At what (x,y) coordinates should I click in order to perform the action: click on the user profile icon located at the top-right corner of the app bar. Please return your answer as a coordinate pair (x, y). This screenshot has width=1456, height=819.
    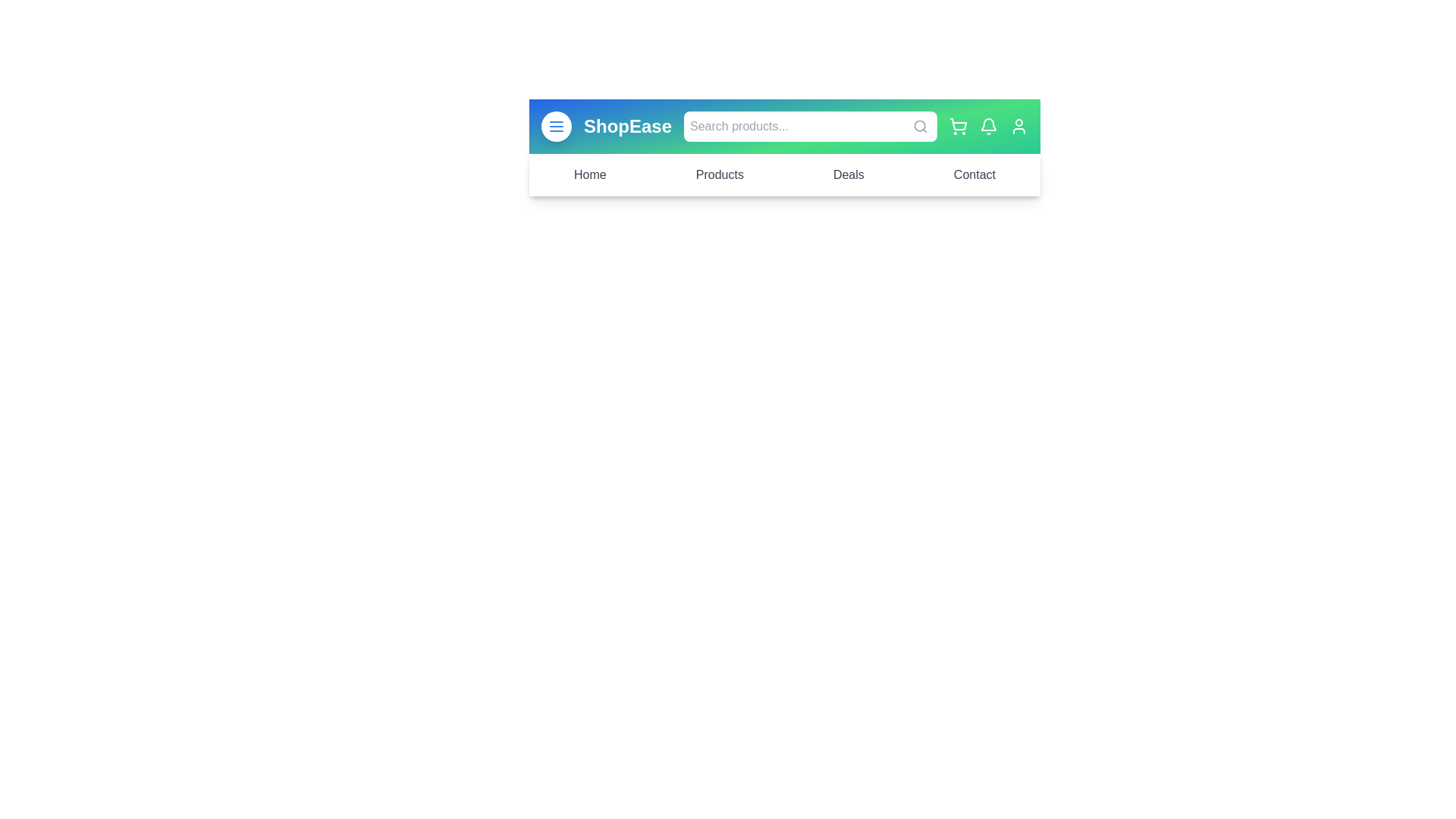
    Looking at the image, I should click on (1019, 125).